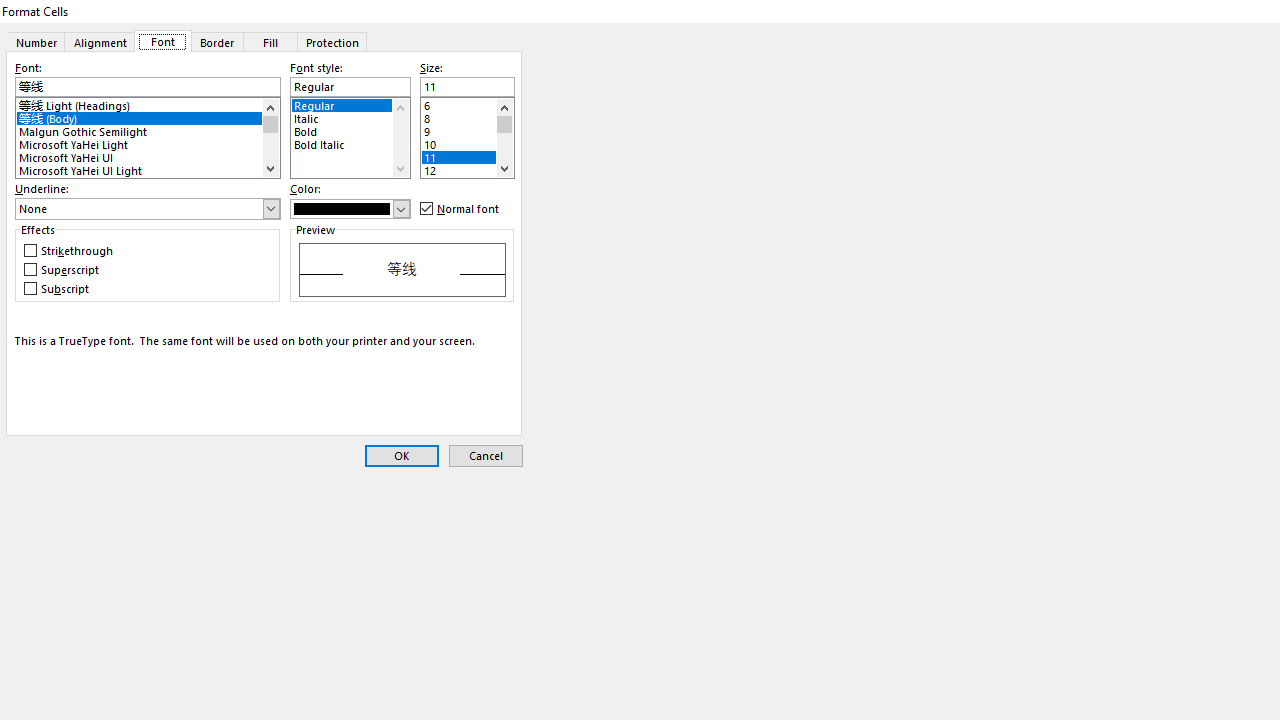 This screenshot has width=1280, height=720. Describe the element at coordinates (350, 86) in the screenshot. I see `'Font style:'` at that location.